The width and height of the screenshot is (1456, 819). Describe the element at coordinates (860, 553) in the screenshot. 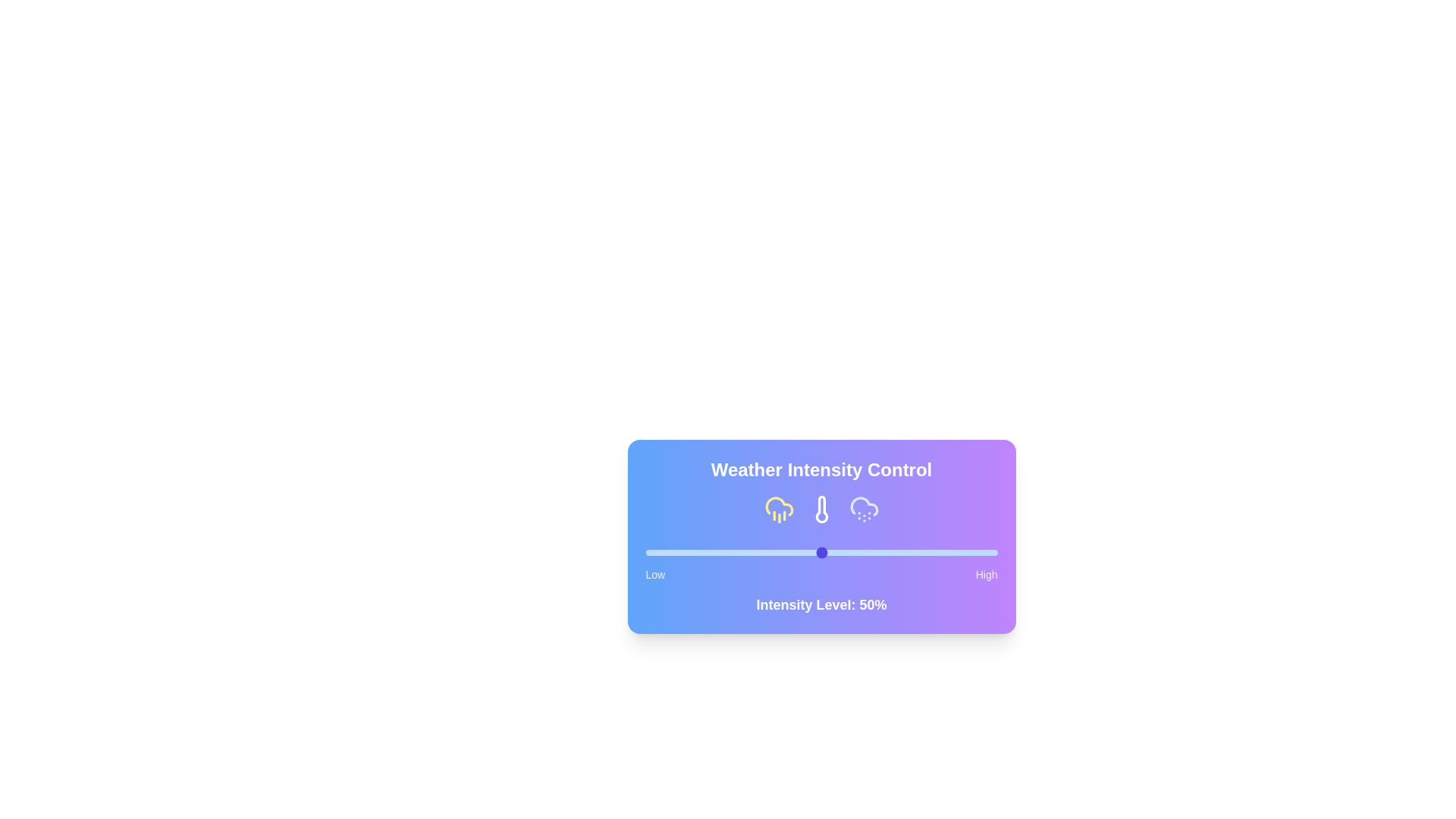

I see `the slider to set the intensity level to 61%` at that location.